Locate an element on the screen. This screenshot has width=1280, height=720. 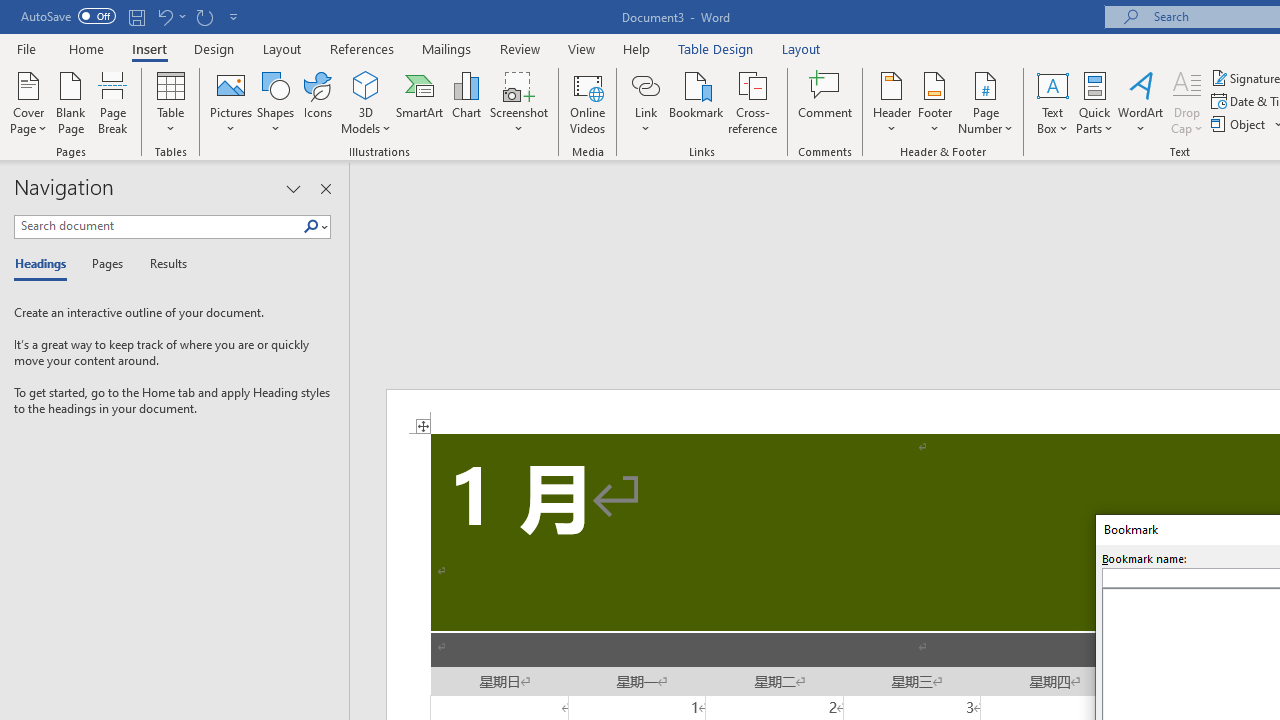
'Link' is located at coordinates (645, 84).